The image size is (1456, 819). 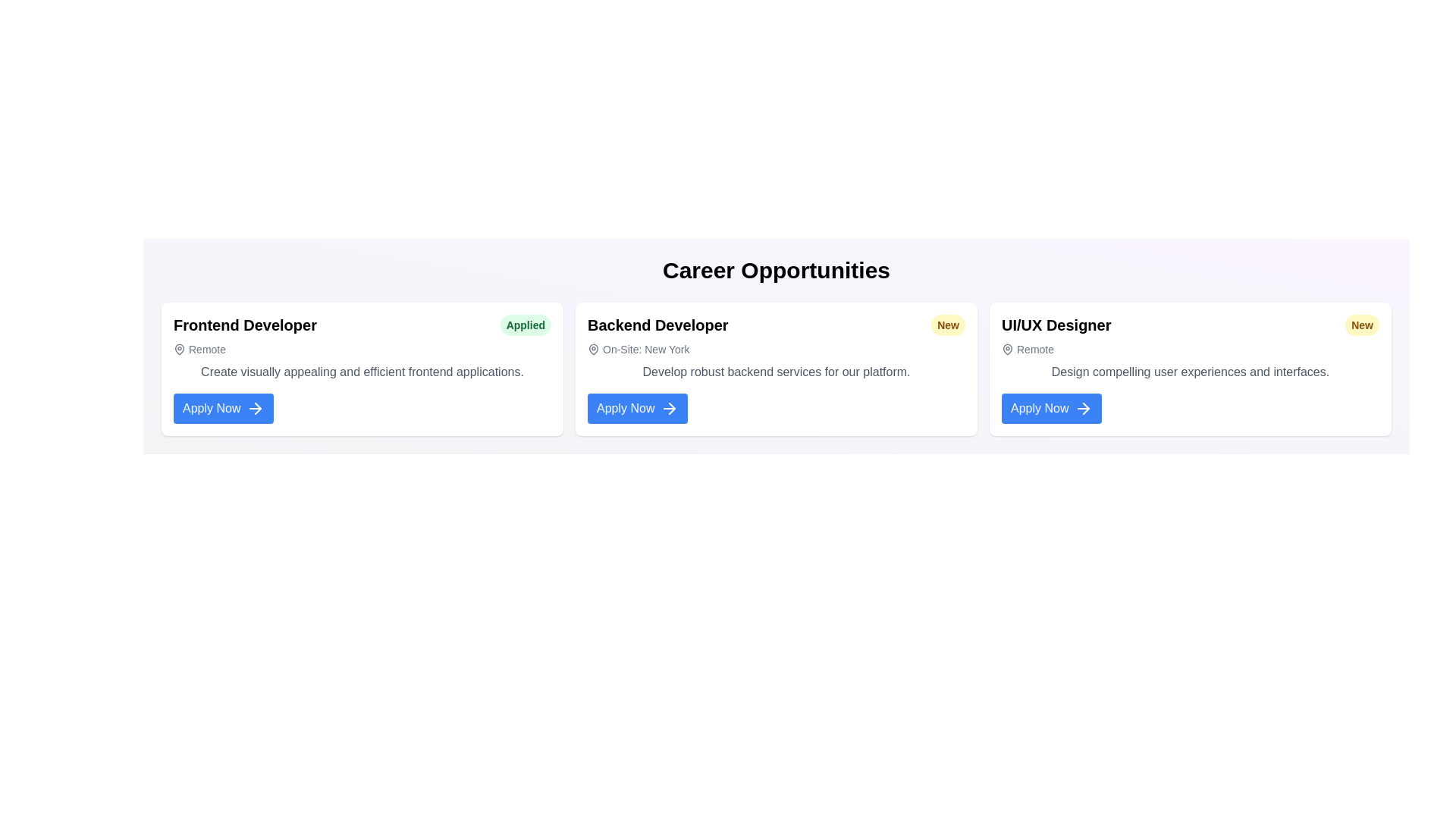 What do you see at coordinates (179, 348) in the screenshot?
I see `the remote job indicator icon located to the left of the 'Remote' label in the 'Frontend Developer' job card` at bounding box center [179, 348].